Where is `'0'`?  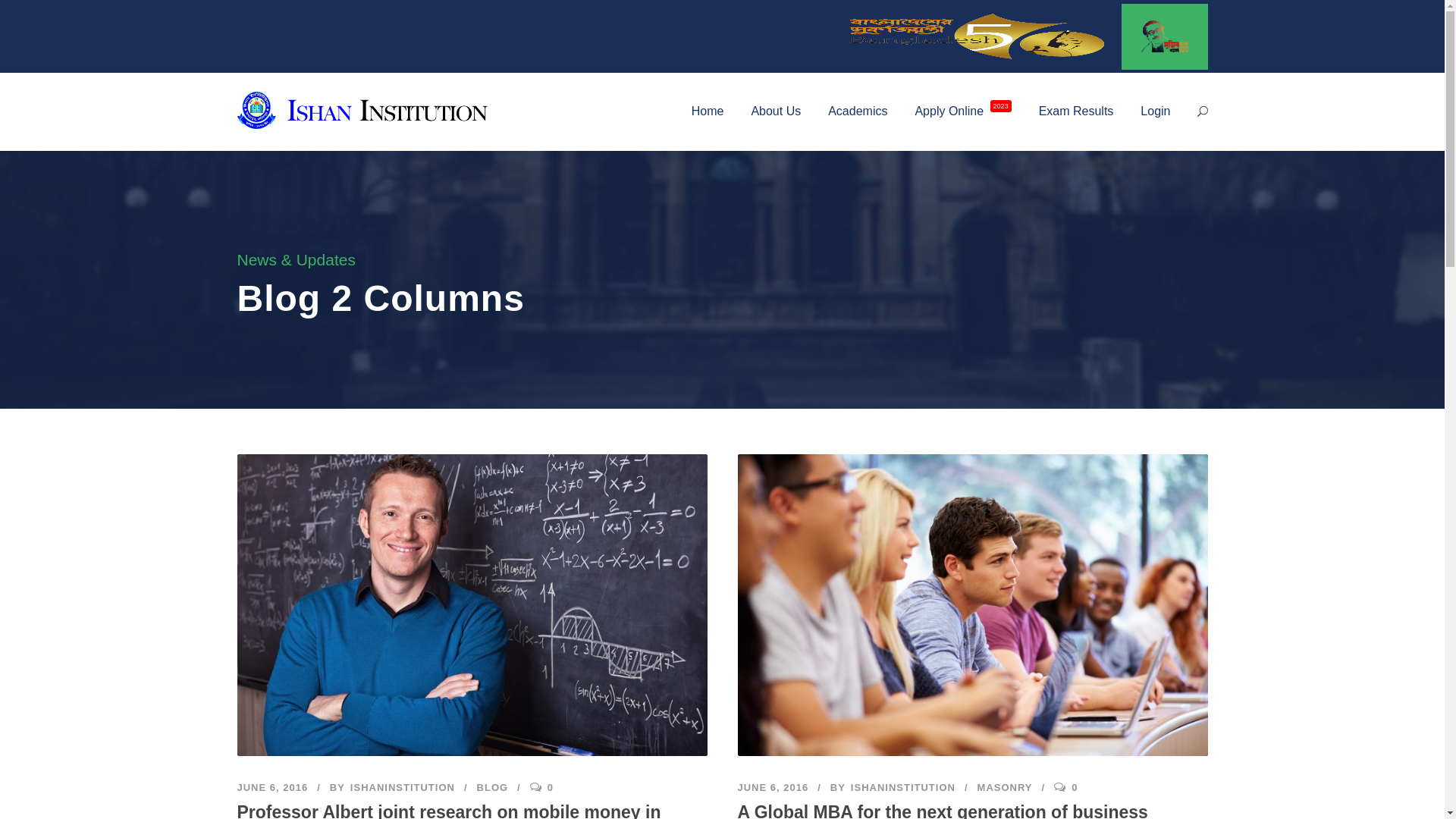 '0' is located at coordinates (1070, 786).